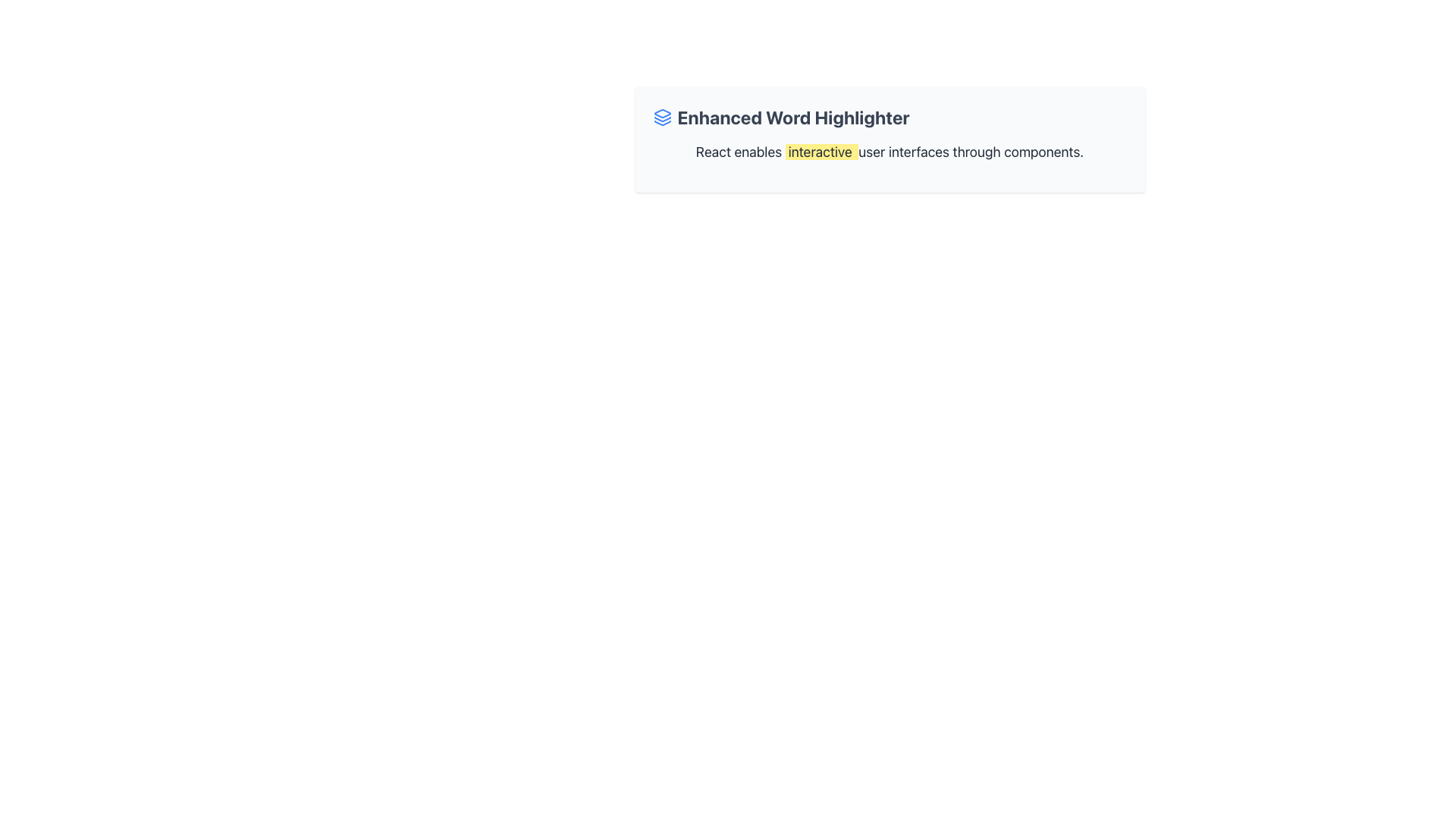  I want to click on the icon associated with the 'Enhanced Word Highlighter' header, which is located to the left of the header text and aligns vertically with its center, so click(662, 116).